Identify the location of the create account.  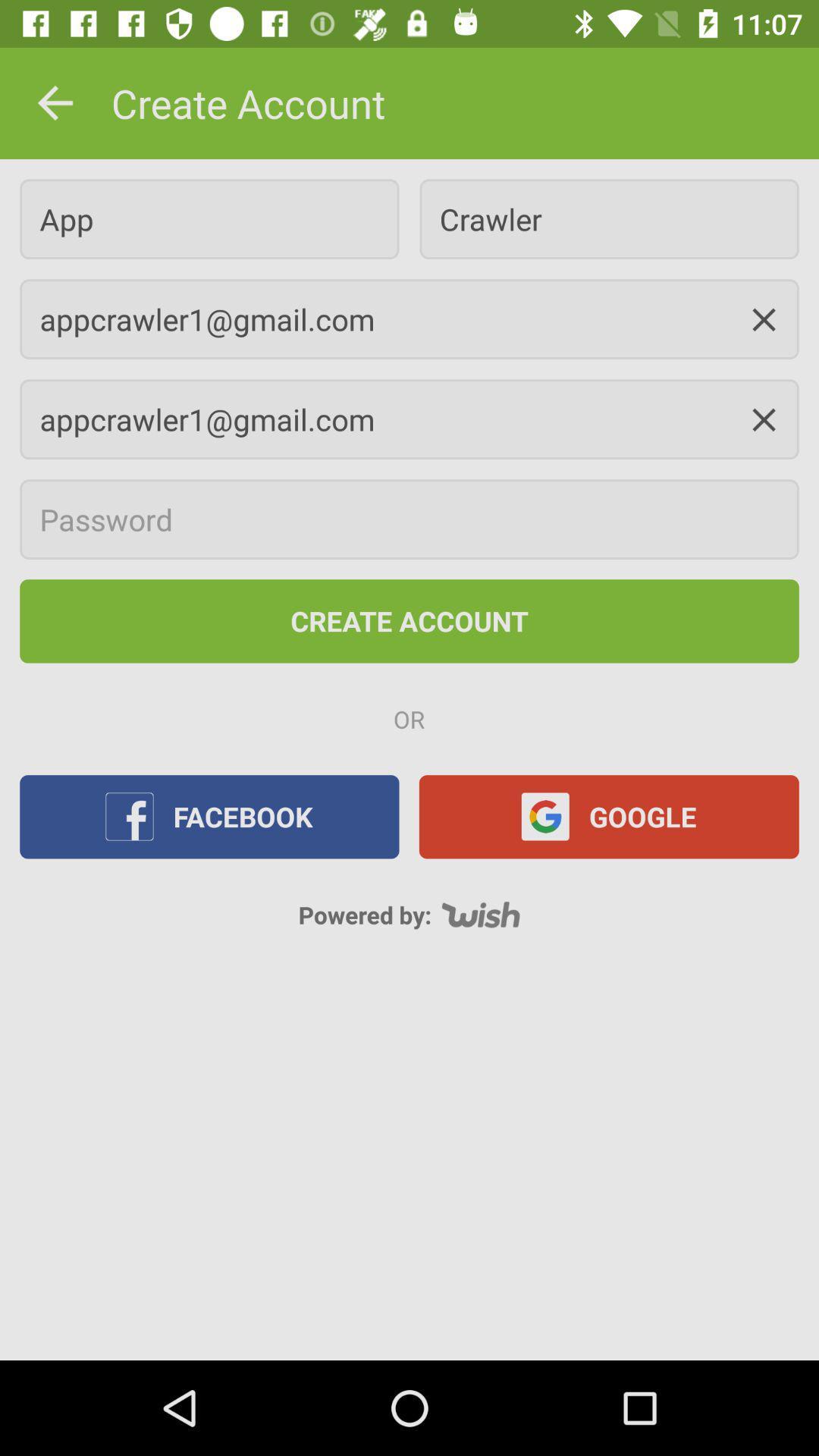
(409, 621).